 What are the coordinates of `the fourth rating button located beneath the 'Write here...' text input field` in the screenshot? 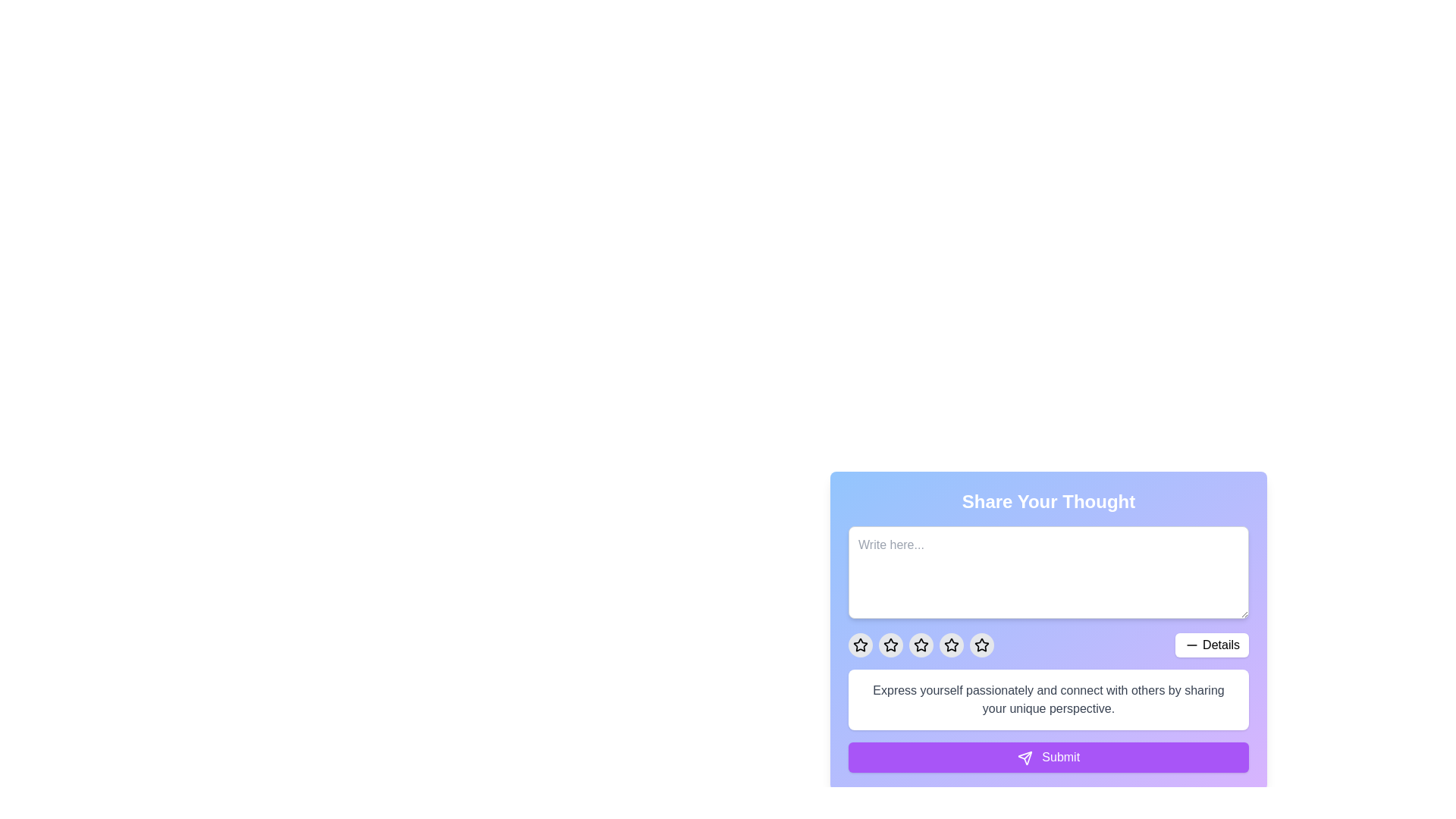 It's located at (950, 645).